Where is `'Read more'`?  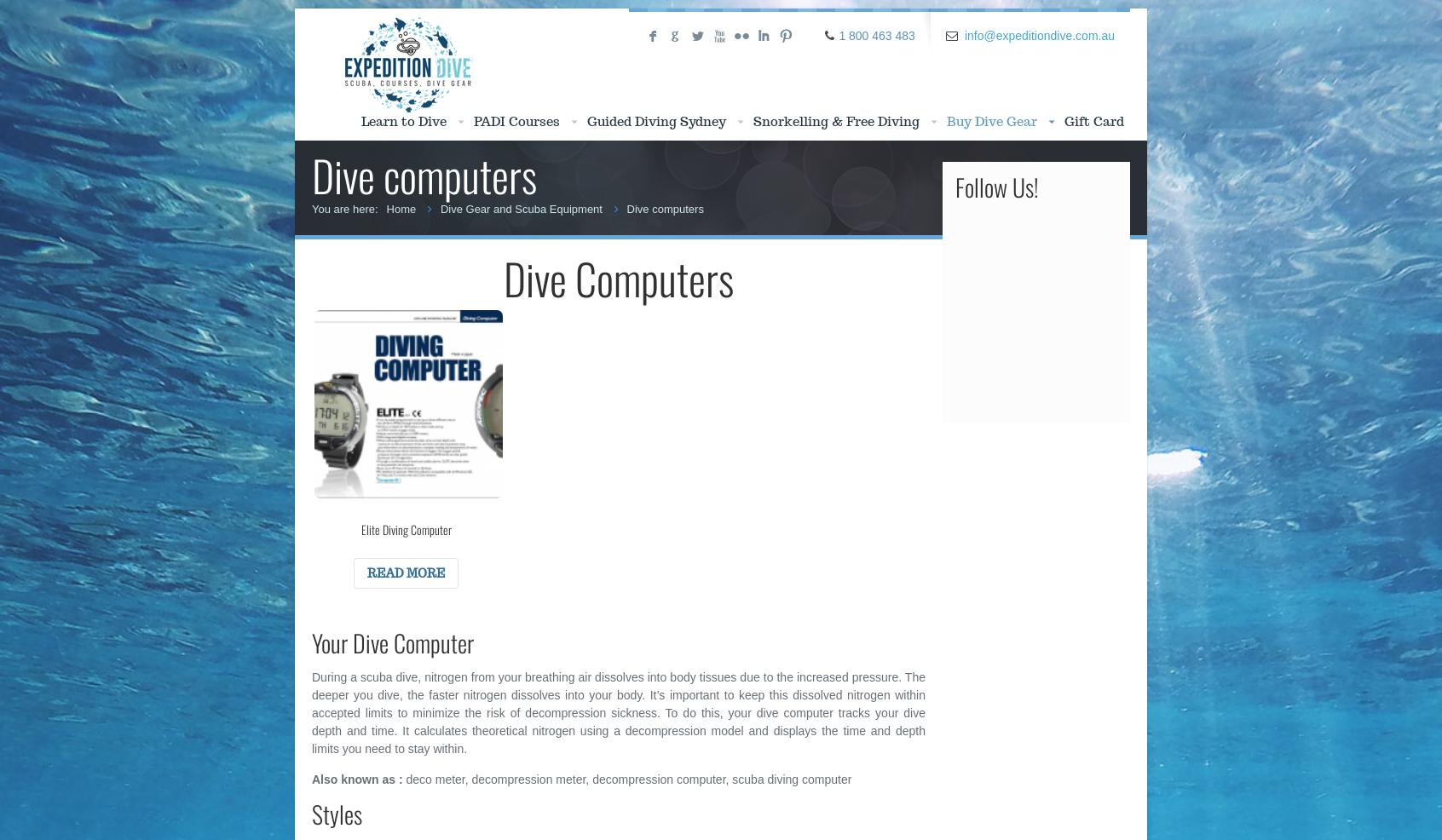
'Read more' is located at coordinates (405, 572).